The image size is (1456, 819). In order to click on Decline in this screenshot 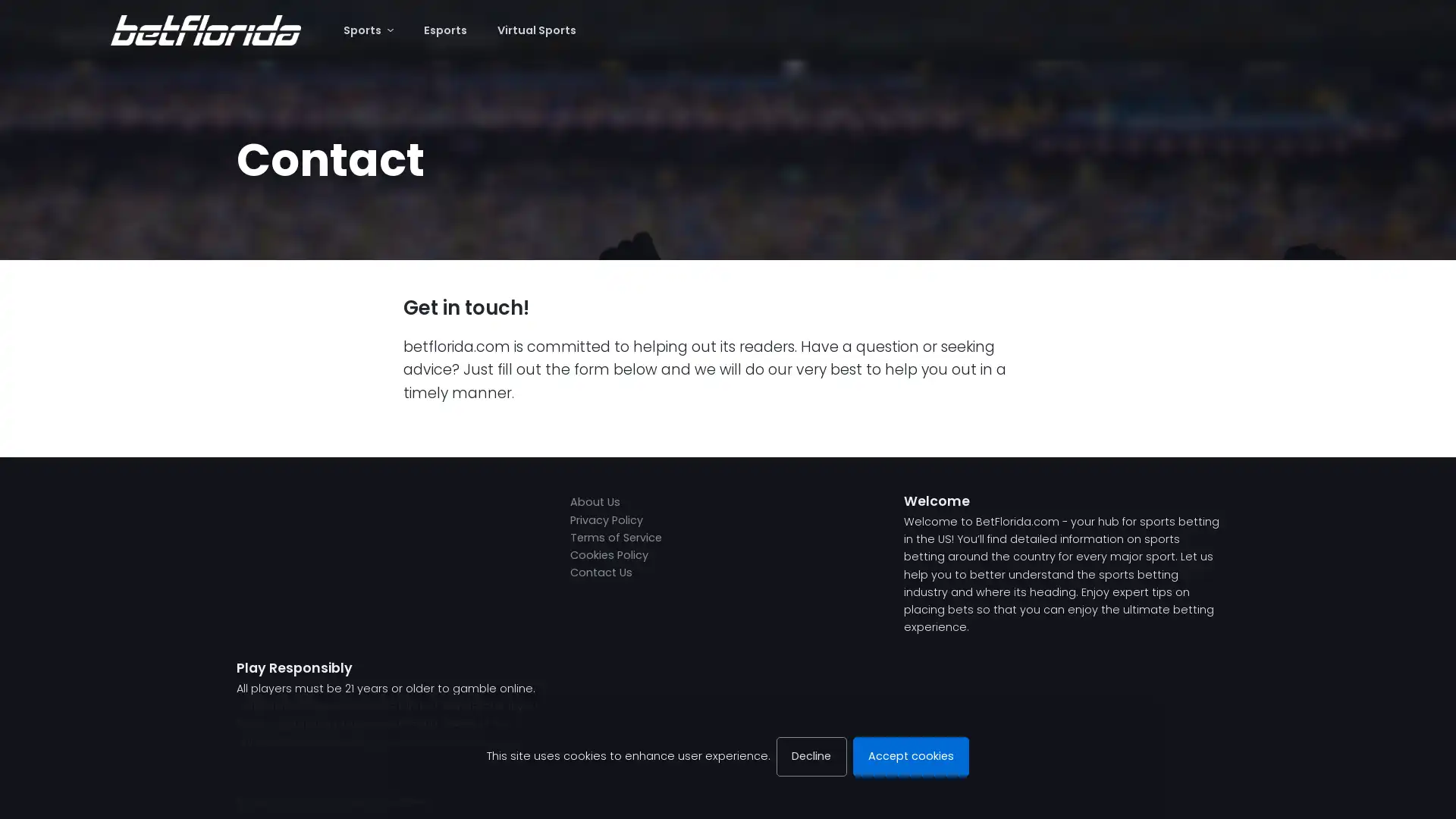, I will do `click(811, 756)`.